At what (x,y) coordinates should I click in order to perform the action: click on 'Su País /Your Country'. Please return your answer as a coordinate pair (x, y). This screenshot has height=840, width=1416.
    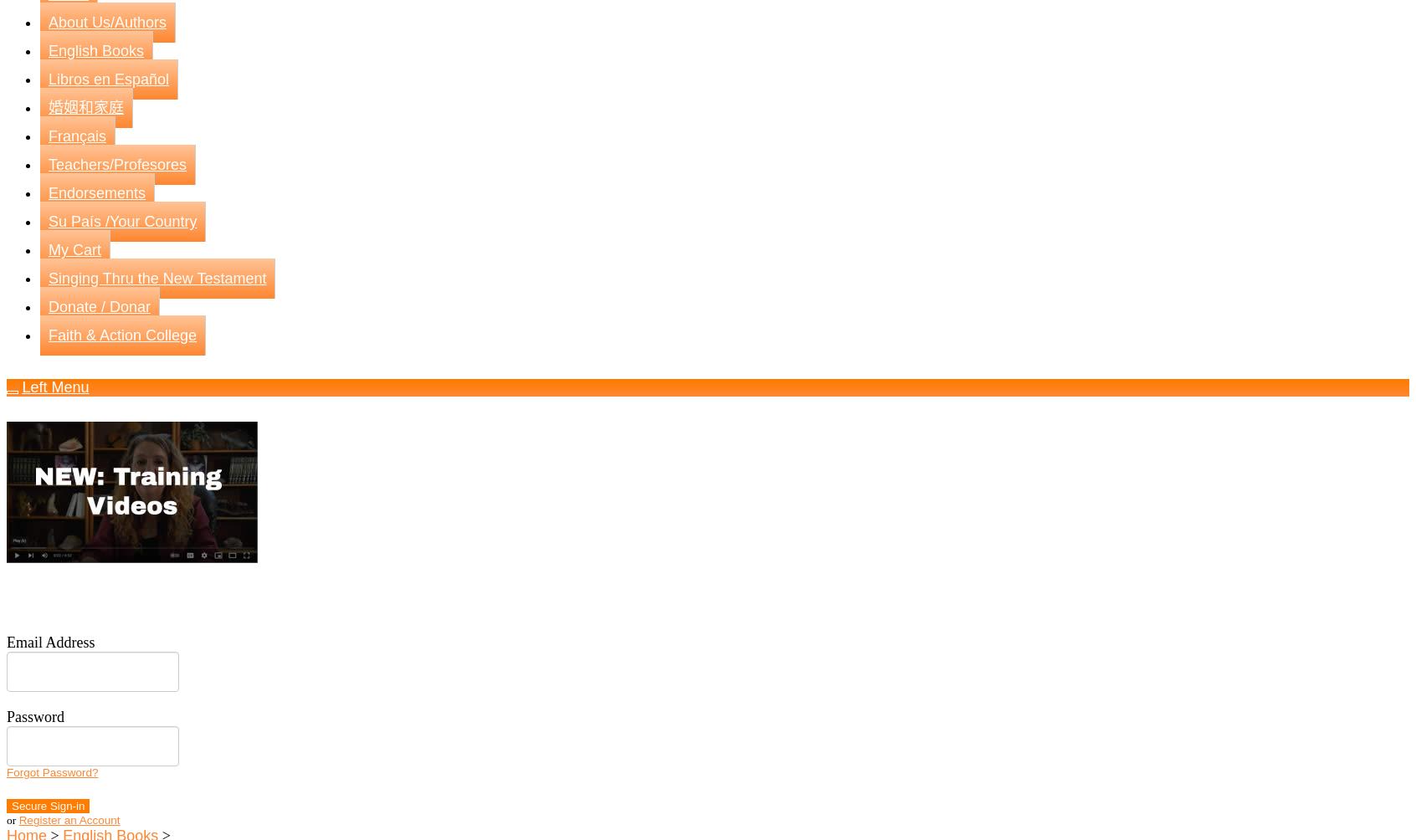
    Looking at the image, I should click on (121, 221).